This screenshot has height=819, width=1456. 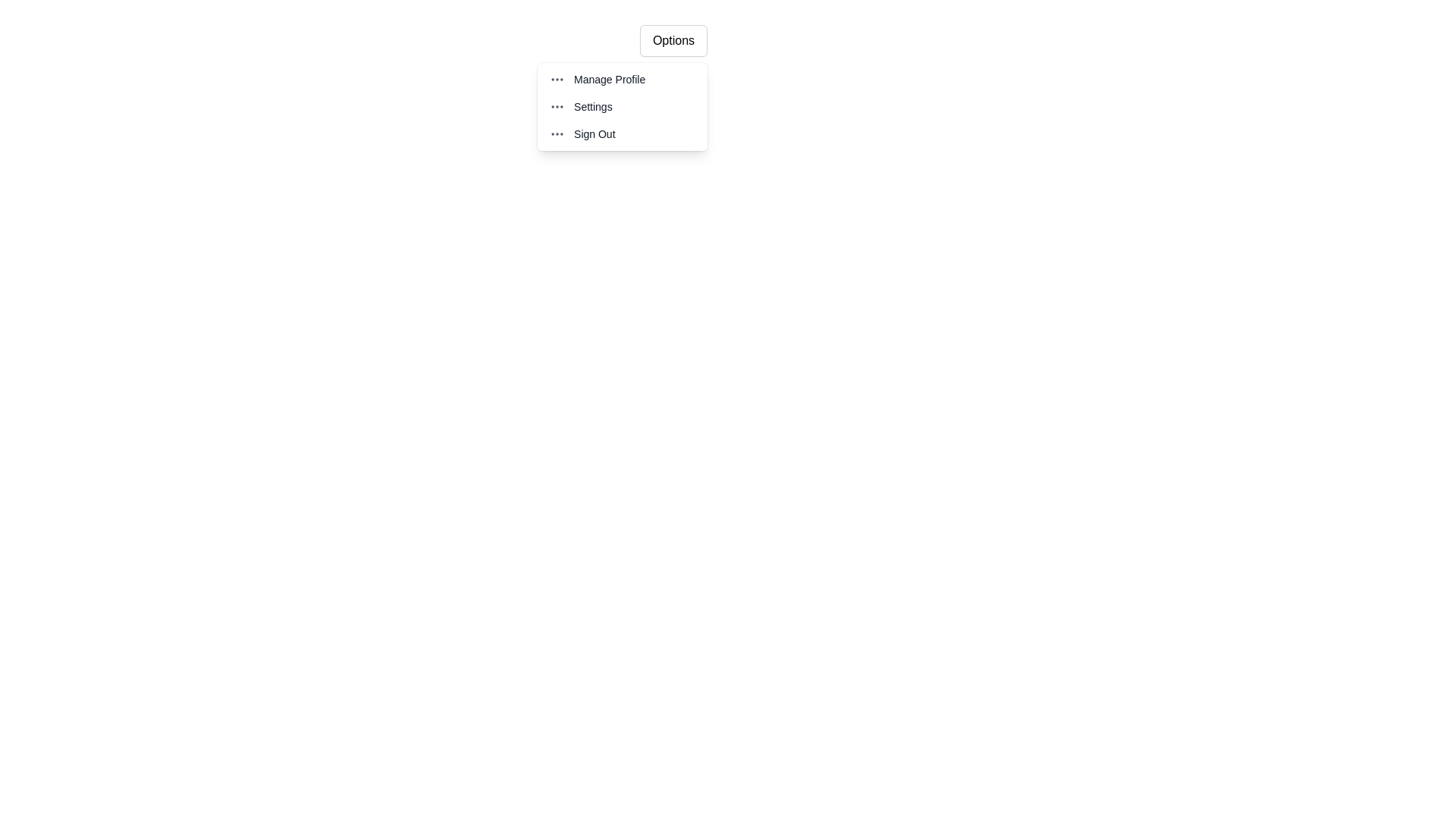 What do you see at coordinates (556, 106) in the screenshot?
I see `the ellipsis icon located to the left of the 'Settings' label` at bounding box center [556, 106].